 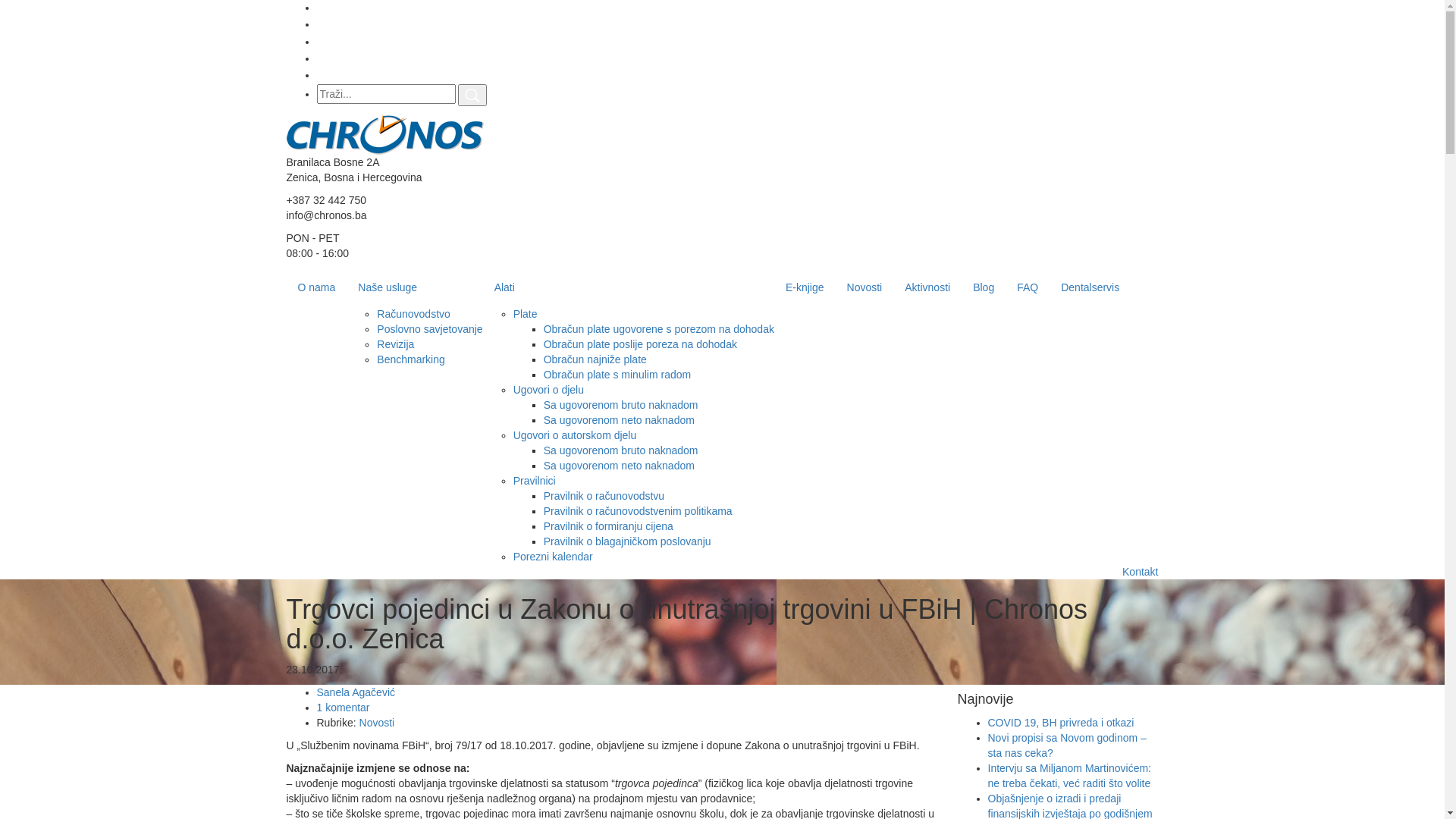 I want to click on 'Ugovori o autorskom djelu', so click(x=574, y=435).